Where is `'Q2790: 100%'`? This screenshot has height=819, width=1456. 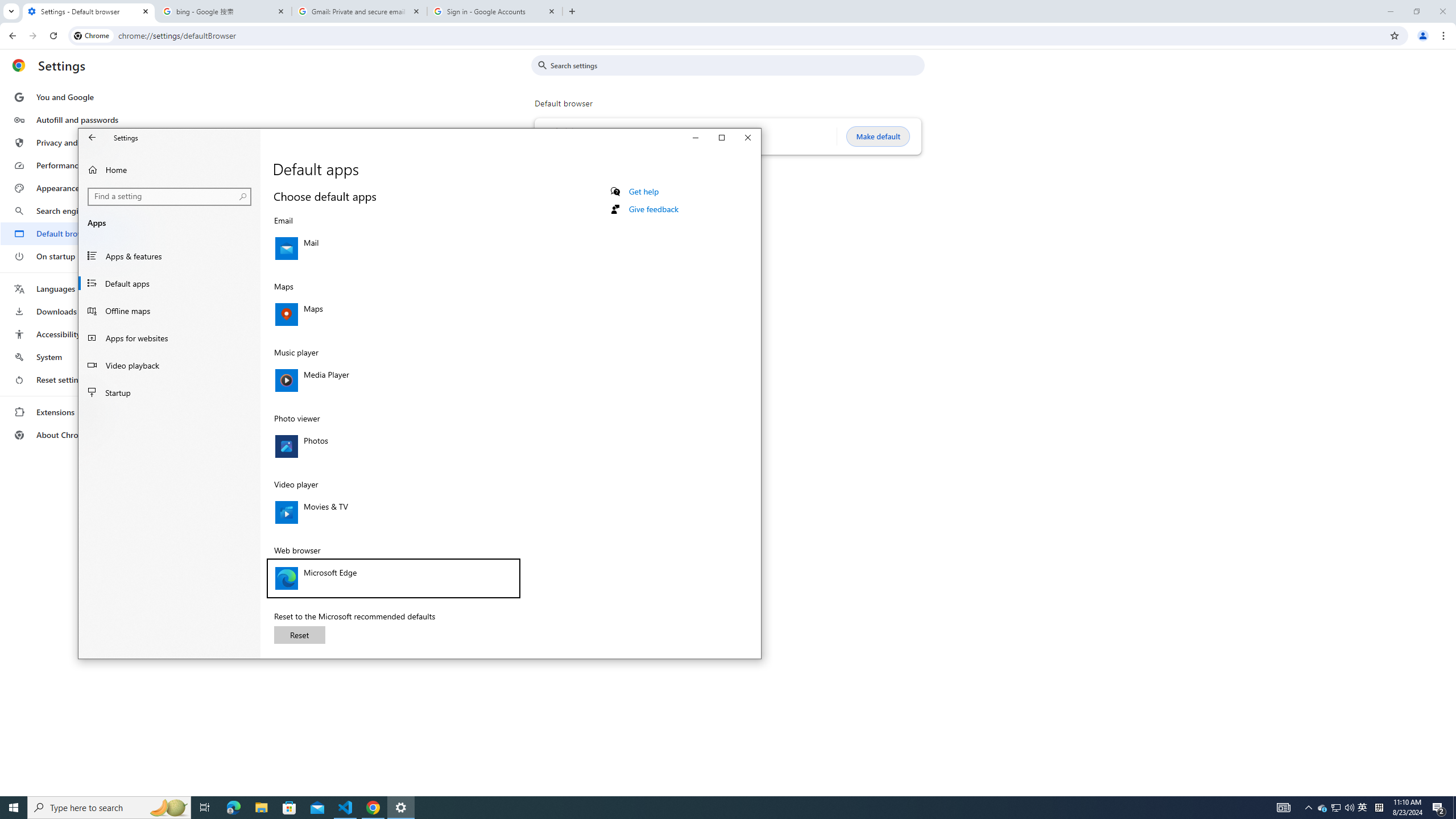 'Q2790: 100%' is located at coordinates (1349, 806).